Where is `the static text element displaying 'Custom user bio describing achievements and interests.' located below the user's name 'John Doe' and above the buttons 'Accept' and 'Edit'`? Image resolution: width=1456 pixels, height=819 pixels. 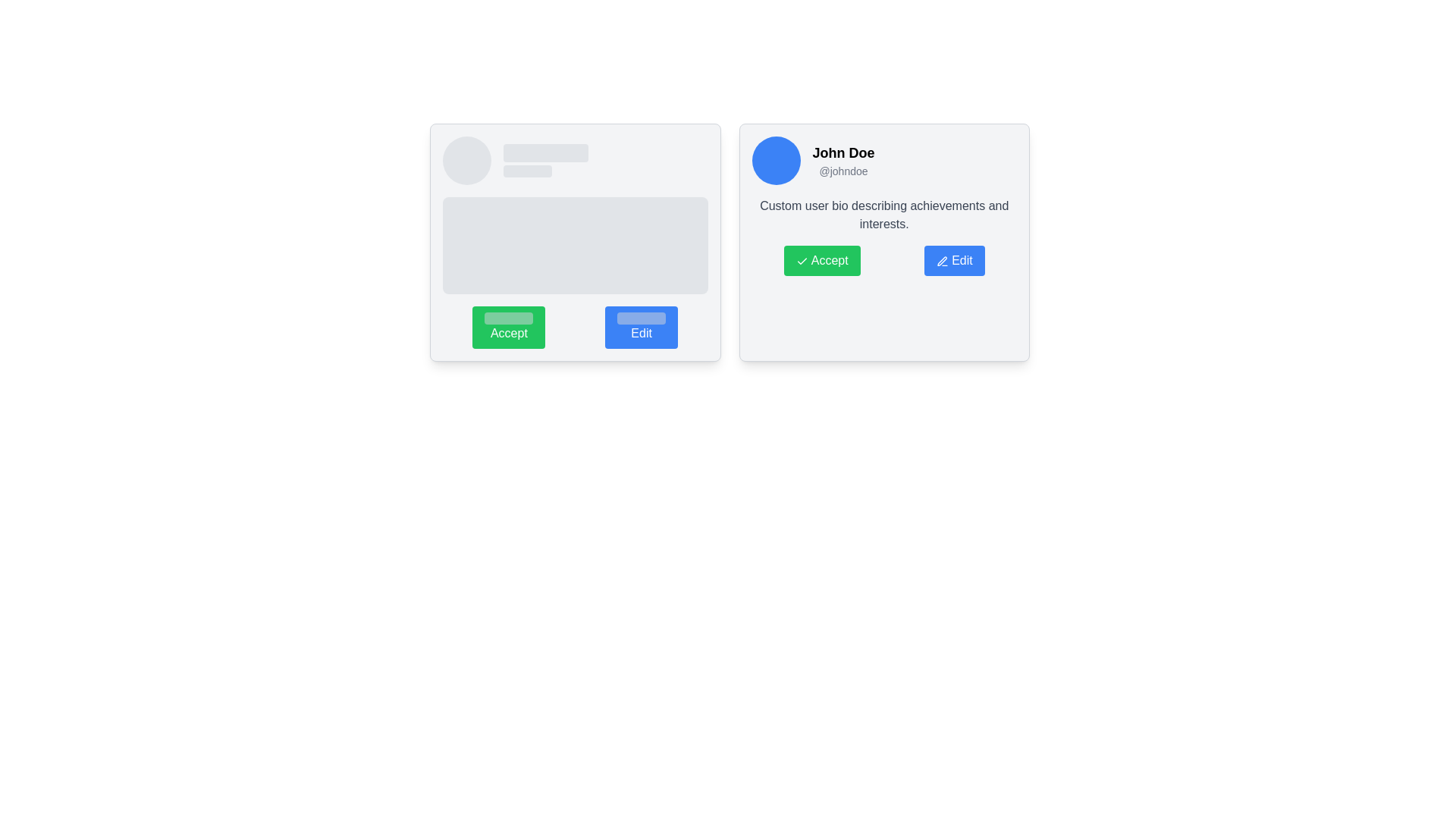
the static text element displaying 'Custom user bio describing achievements and interests.' located below the user's name 'John Doe' and above the buttons 'Accept' and 'Edit' is located at coordinates (884, 215).